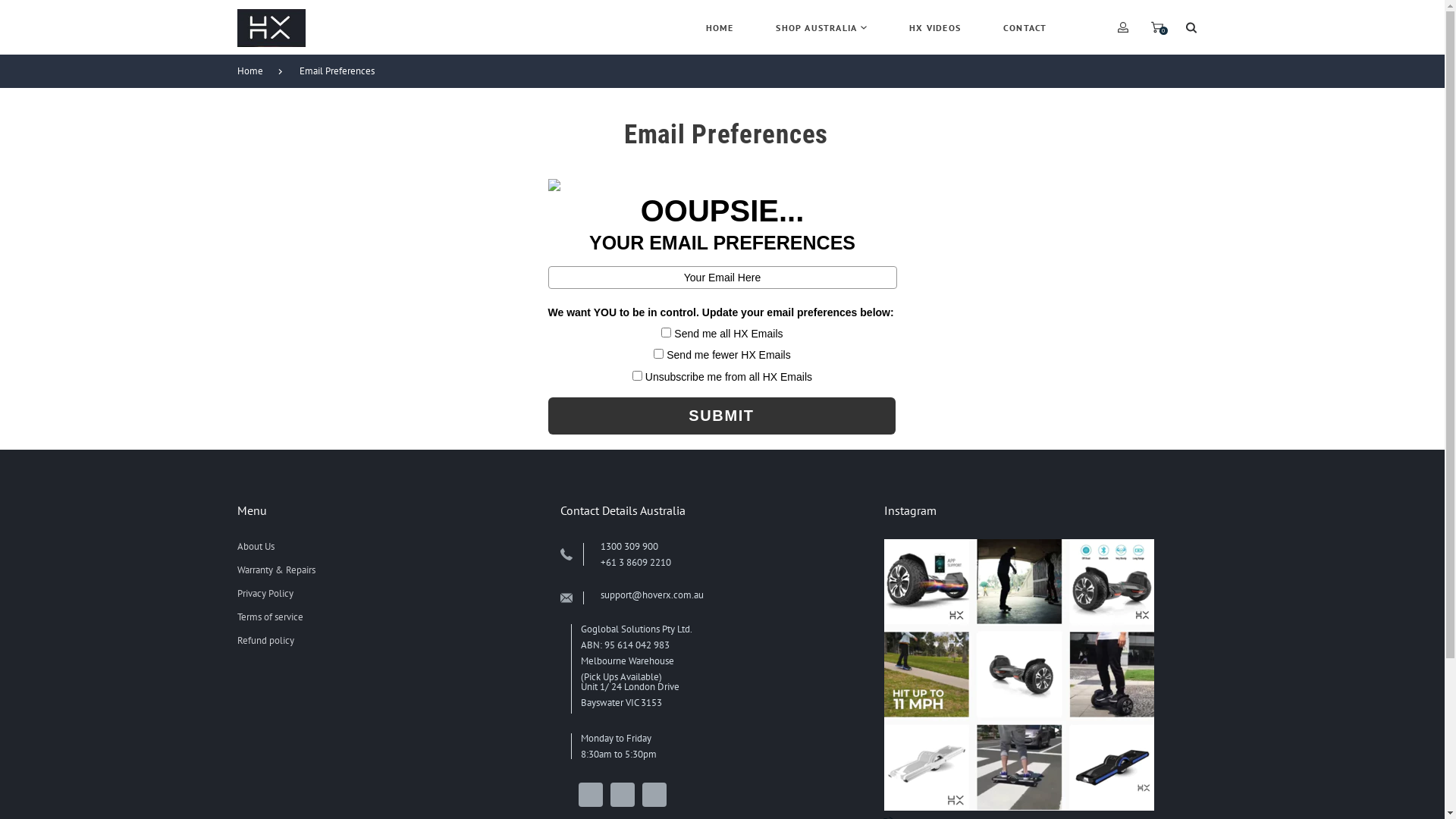 Image resolution: width=1456 pixels, height=819 pixels. What do you see at coordinates (934, 27) in the screenshot?
I see `'HX VIDEOS'` at bounding box center [934, 27].